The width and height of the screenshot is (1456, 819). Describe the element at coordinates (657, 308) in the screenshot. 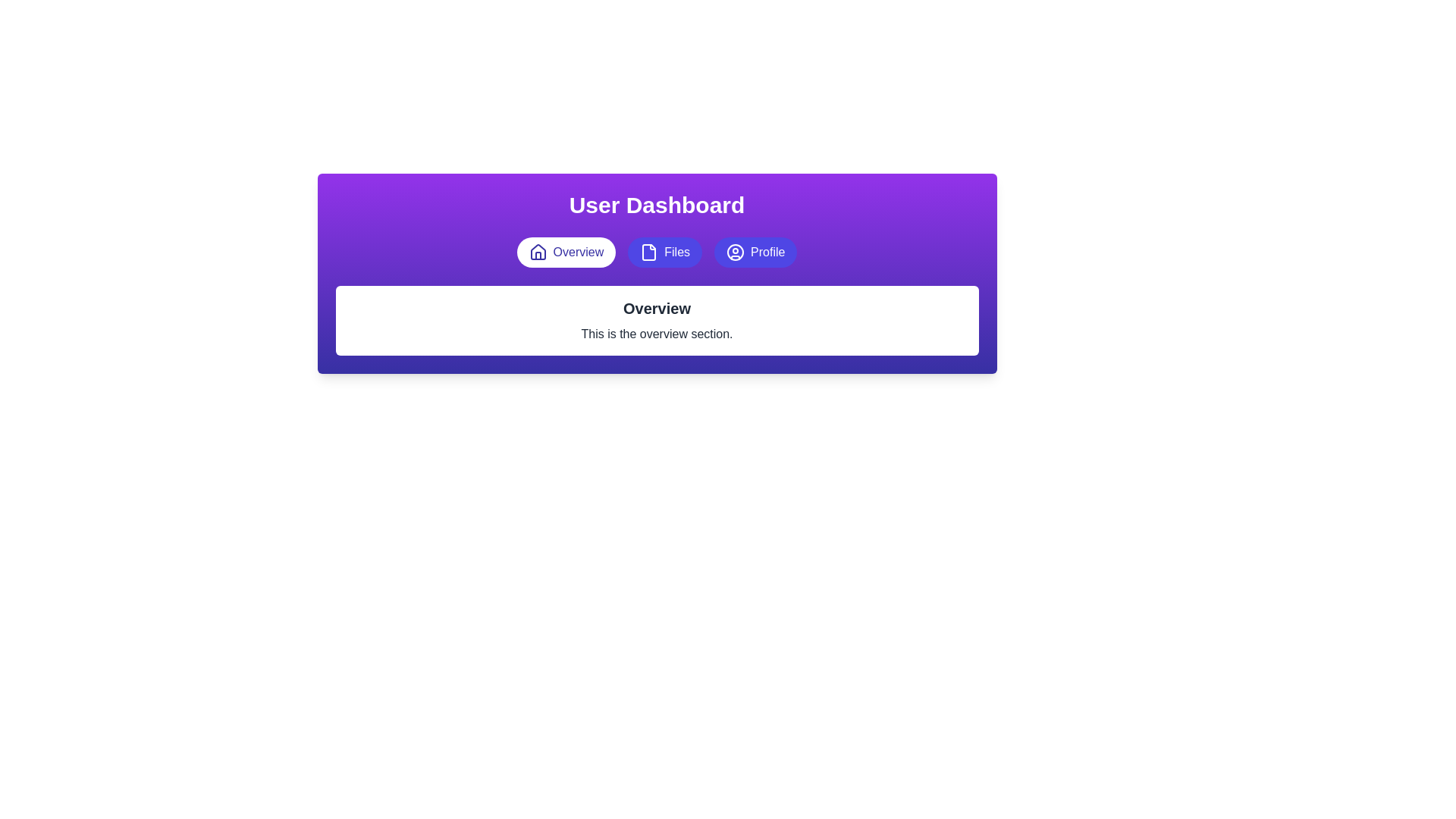

I see `the 'Overview' text label, which is a bold, center-aligned title above a descriptive paragraph in the main card beneath the dashboard header` at that location.